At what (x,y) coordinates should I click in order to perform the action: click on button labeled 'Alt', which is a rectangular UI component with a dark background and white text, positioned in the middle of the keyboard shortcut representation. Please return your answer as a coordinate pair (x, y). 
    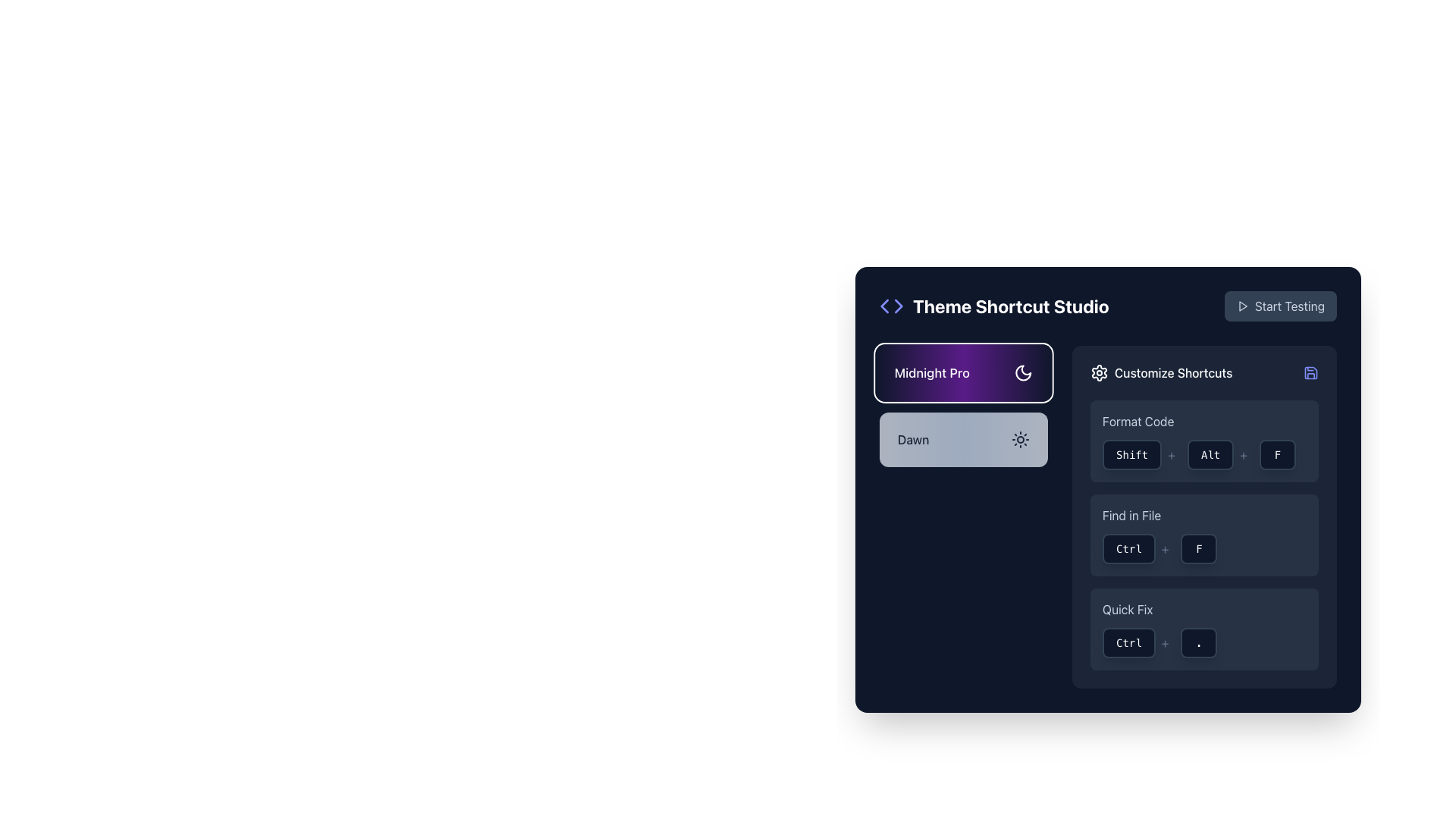
    Looking at the image, I should click on (1203, 441).